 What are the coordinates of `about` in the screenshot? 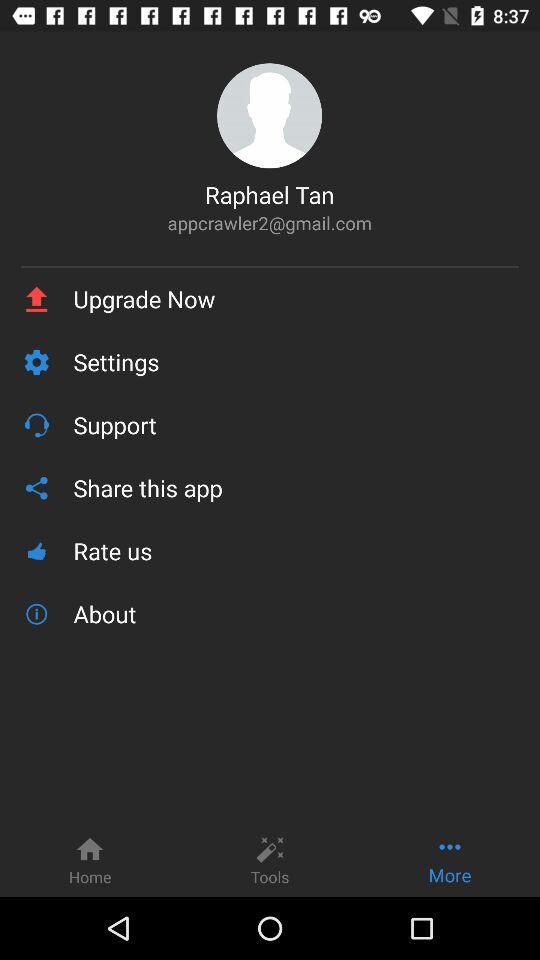 It's located at (295, 613).